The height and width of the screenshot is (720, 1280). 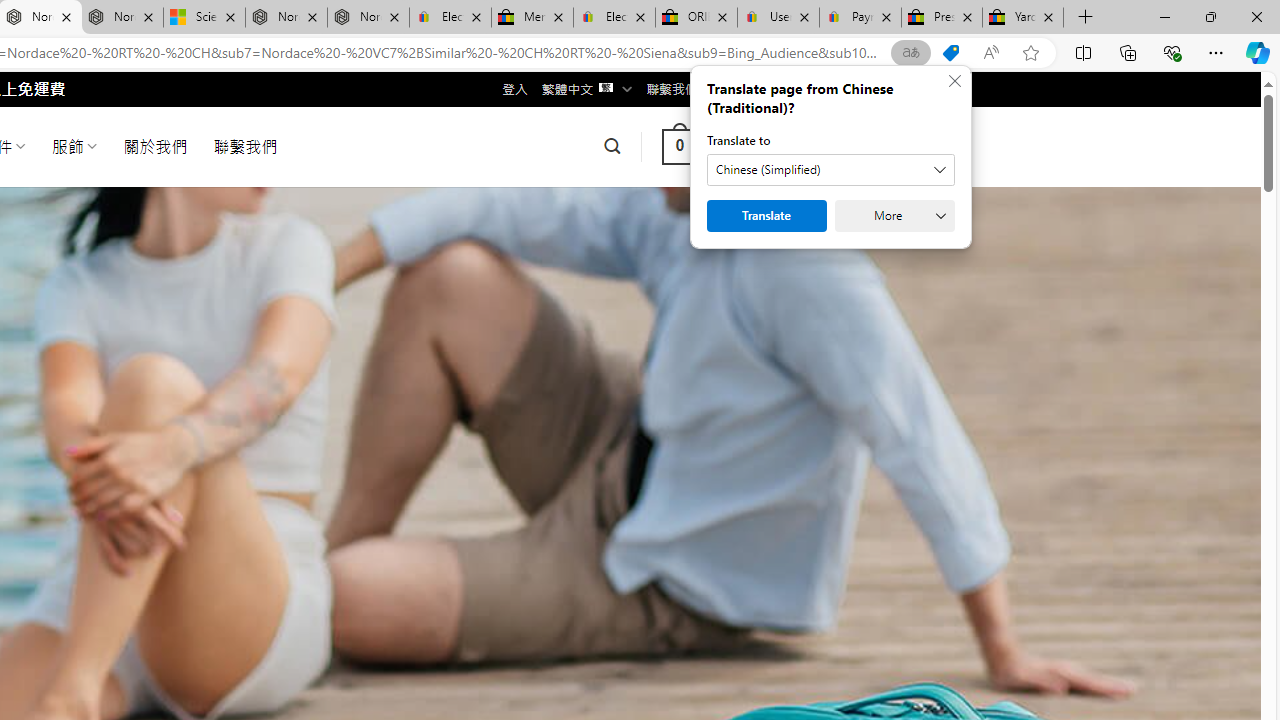 What do you see at coordinates (1082, 51) in the screenshot?
I see `'Split screen'` at bounding box center [1082, 51].